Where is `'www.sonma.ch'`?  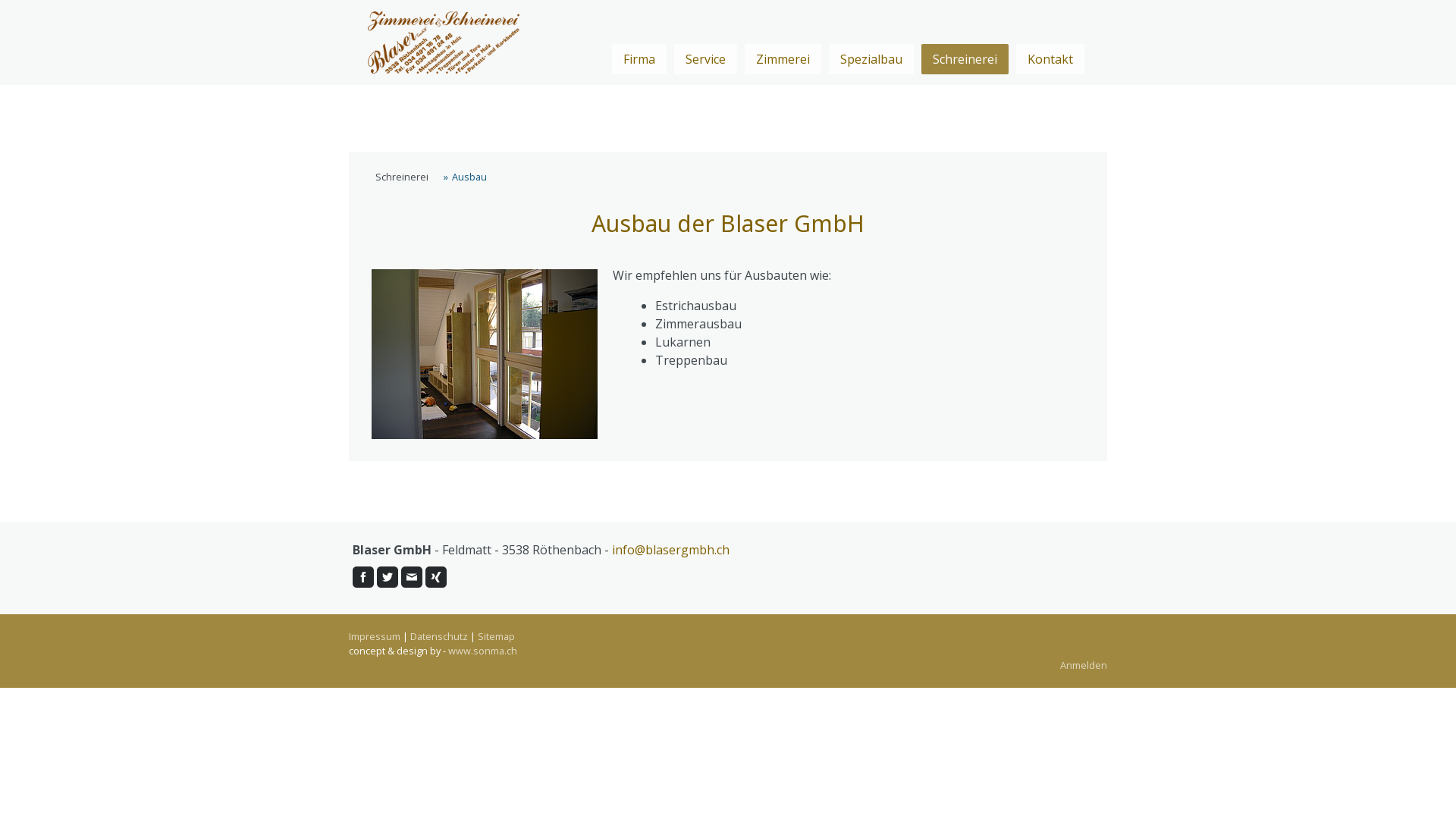
'www.sonma.ch' is located at coordinates (482, 649).